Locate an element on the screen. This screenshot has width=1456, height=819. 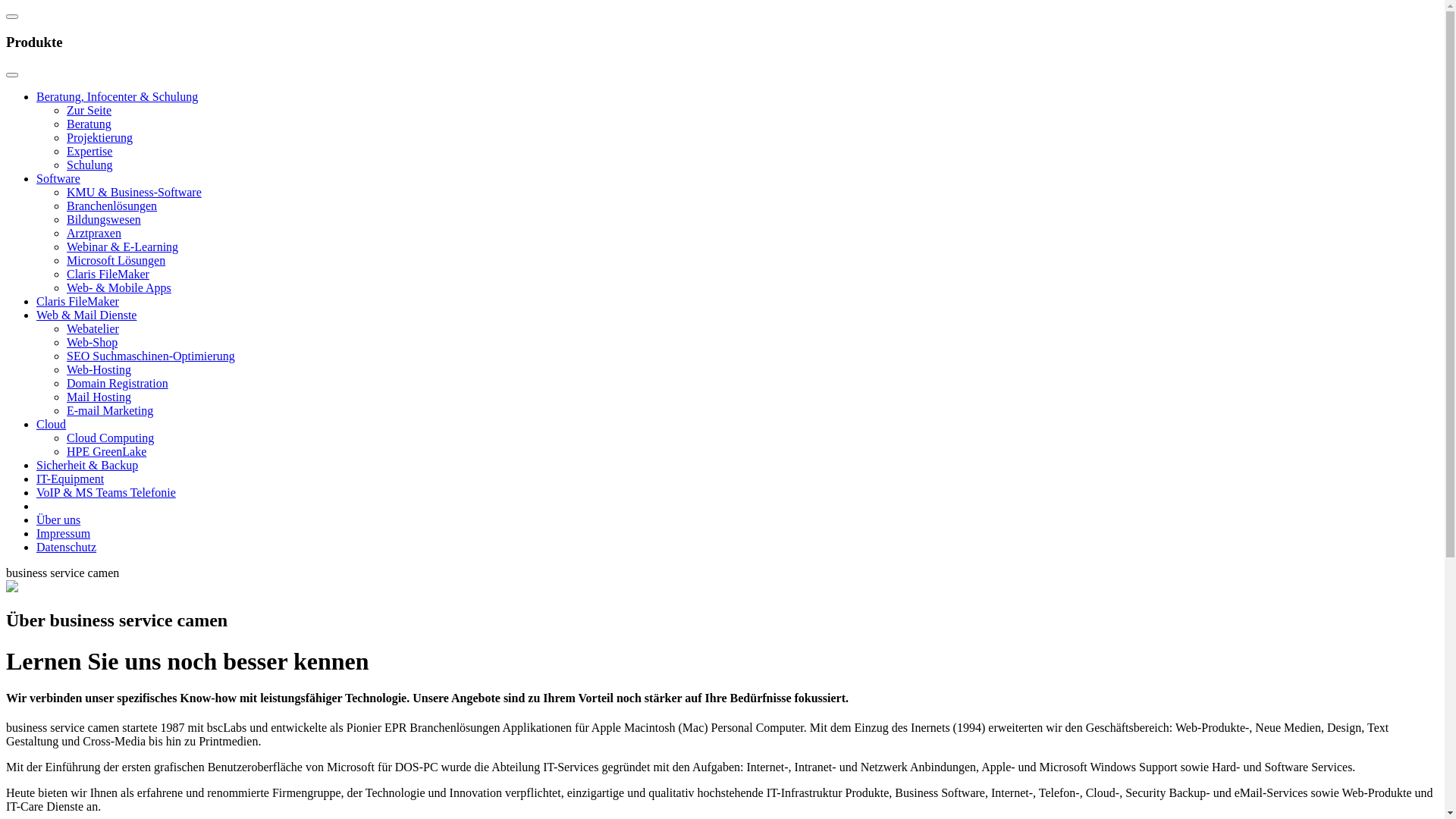
'Software' is located at coordinates (58, 177).